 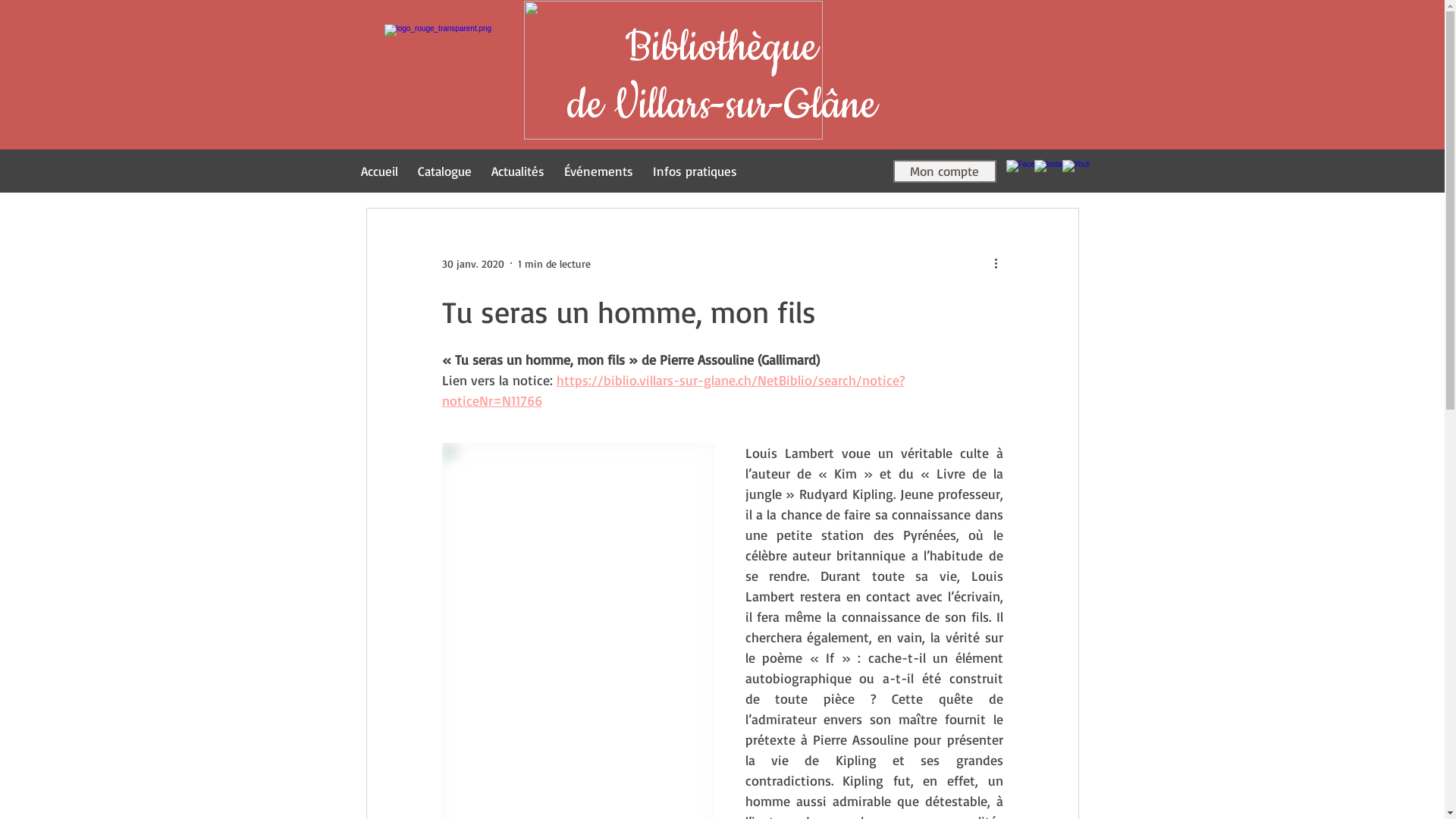 What do you see at coordinates (944, 171) in the screenshot?
I see `'Mon compte'` at bounding box center [944, 171].